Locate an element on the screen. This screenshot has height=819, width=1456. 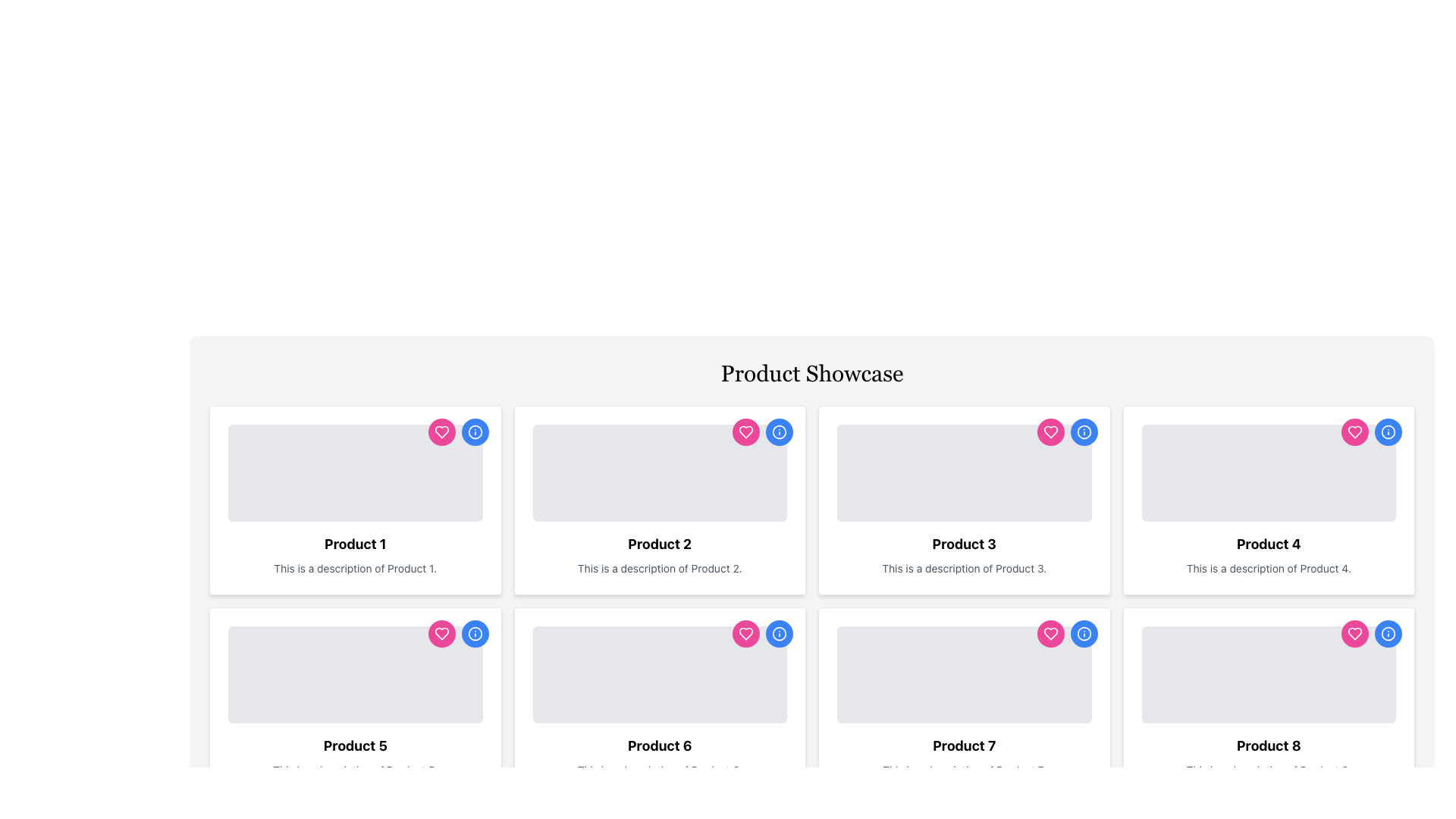
the circular pink button with a white heart icon located in the top-right corner of the Product 7 card is located at coordinates (1050, 634).